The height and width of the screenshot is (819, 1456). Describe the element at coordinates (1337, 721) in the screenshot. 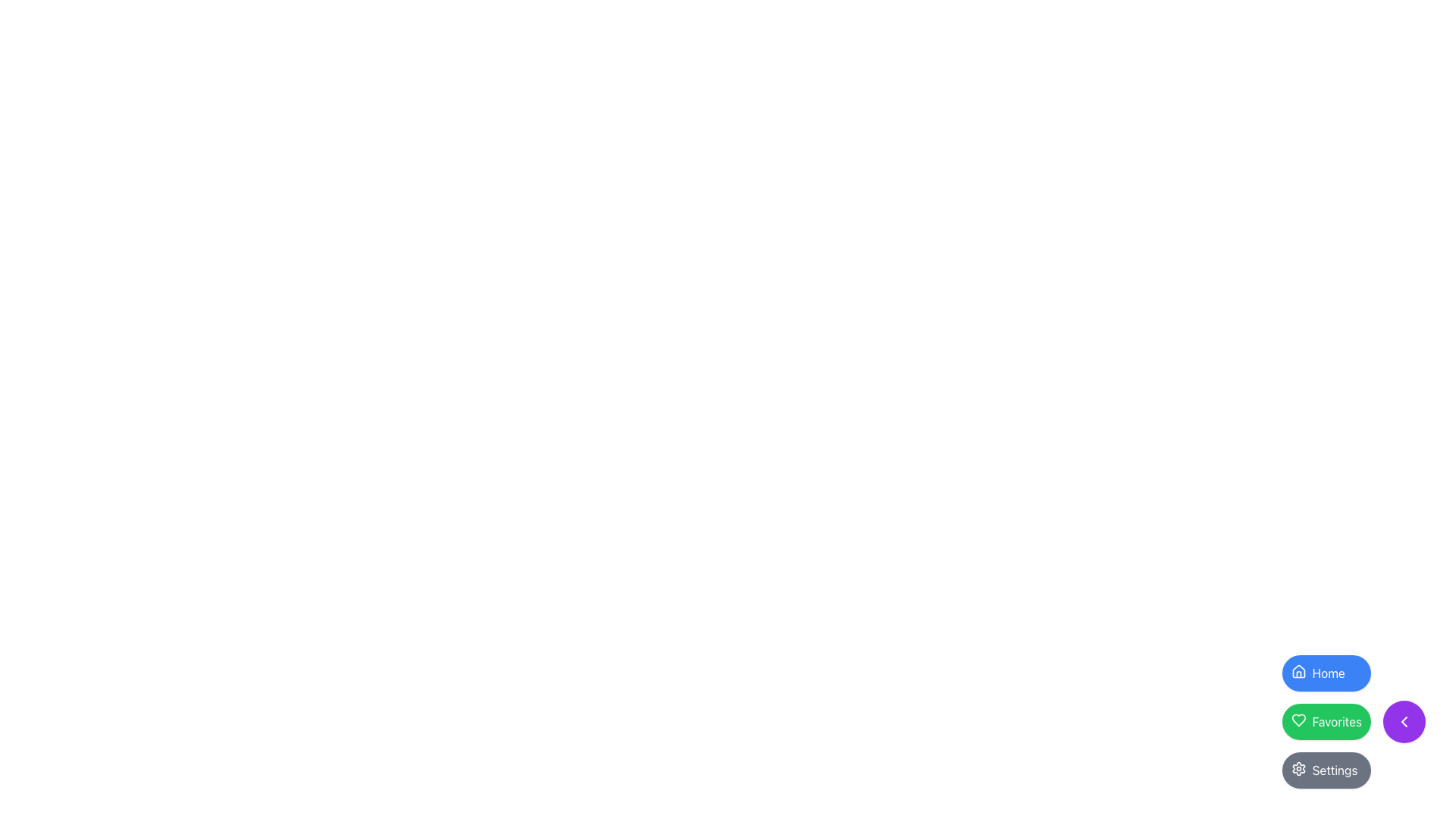

I see `text label that indicates the purpose of the 'Favorites' button, which is located within a green button and aligned with a heart icon` at that location.